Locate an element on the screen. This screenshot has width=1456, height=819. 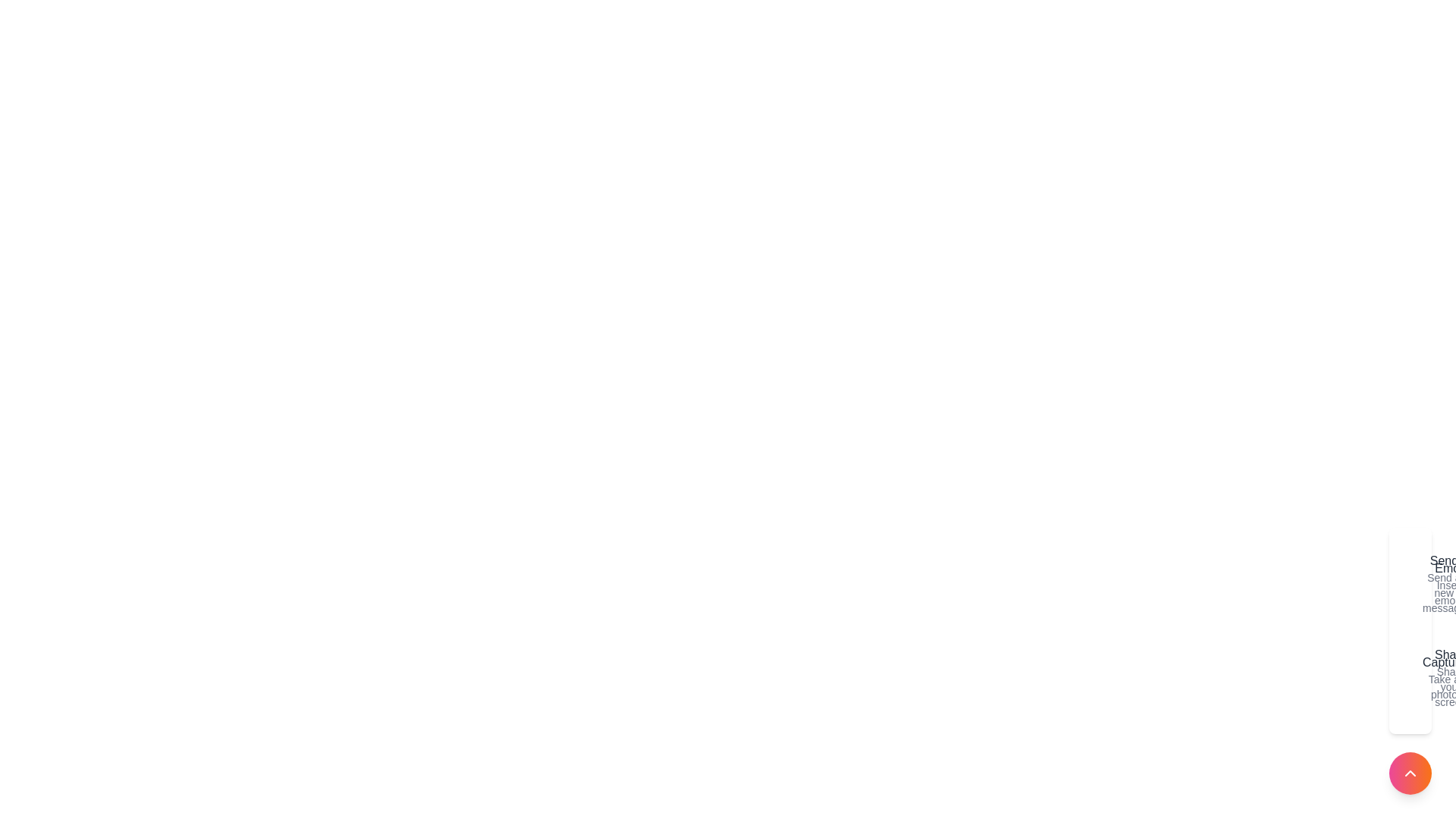
the action Emoji to highlight it is located at coordinates (1425, 583).